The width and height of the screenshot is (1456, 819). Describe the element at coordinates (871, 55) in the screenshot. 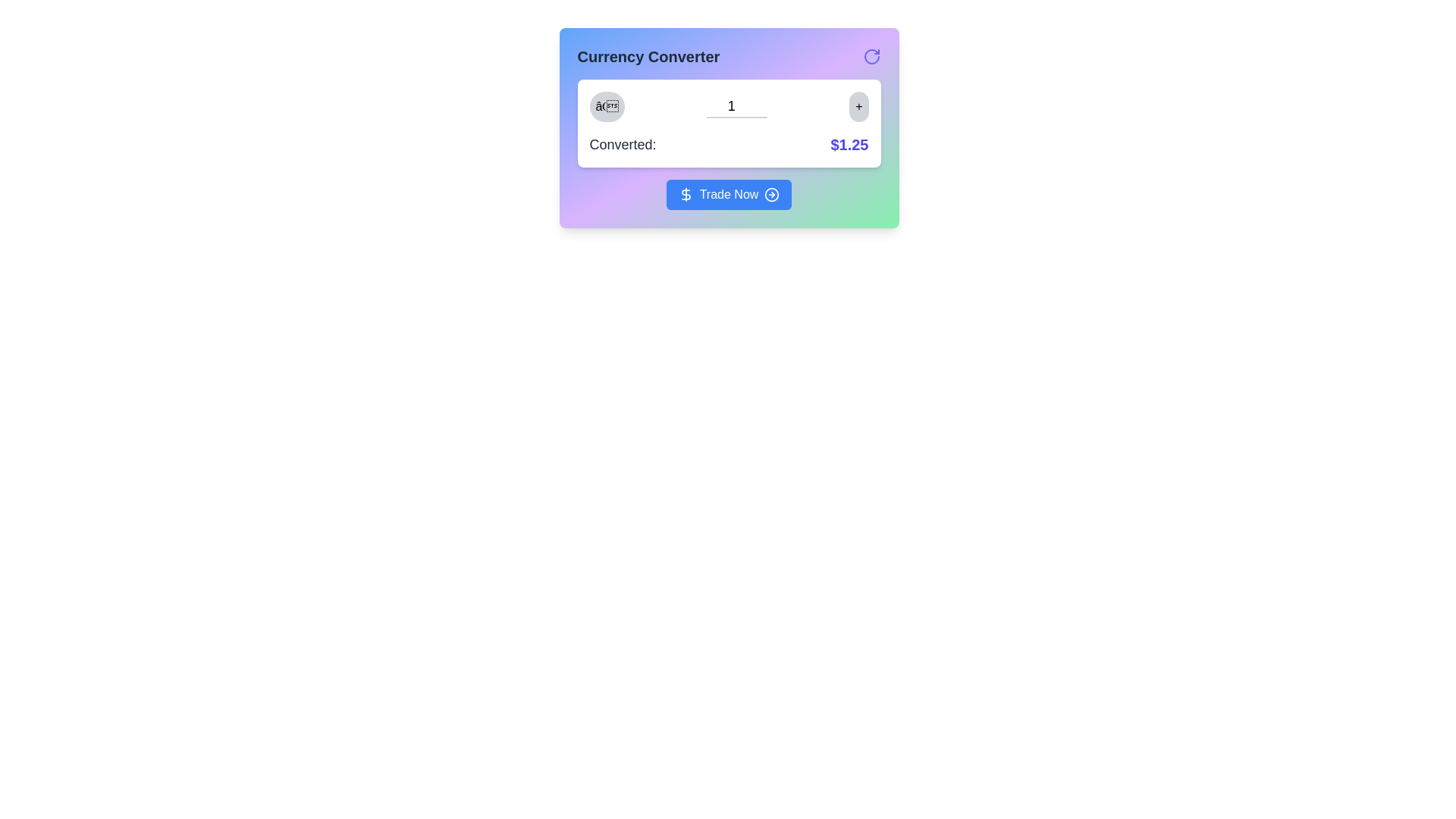

I see `the blue circular arrow icon representing the refresh action located at the top-right corner of the header section next to the title 'Currency Converter' to initiate a refresh` at that location.